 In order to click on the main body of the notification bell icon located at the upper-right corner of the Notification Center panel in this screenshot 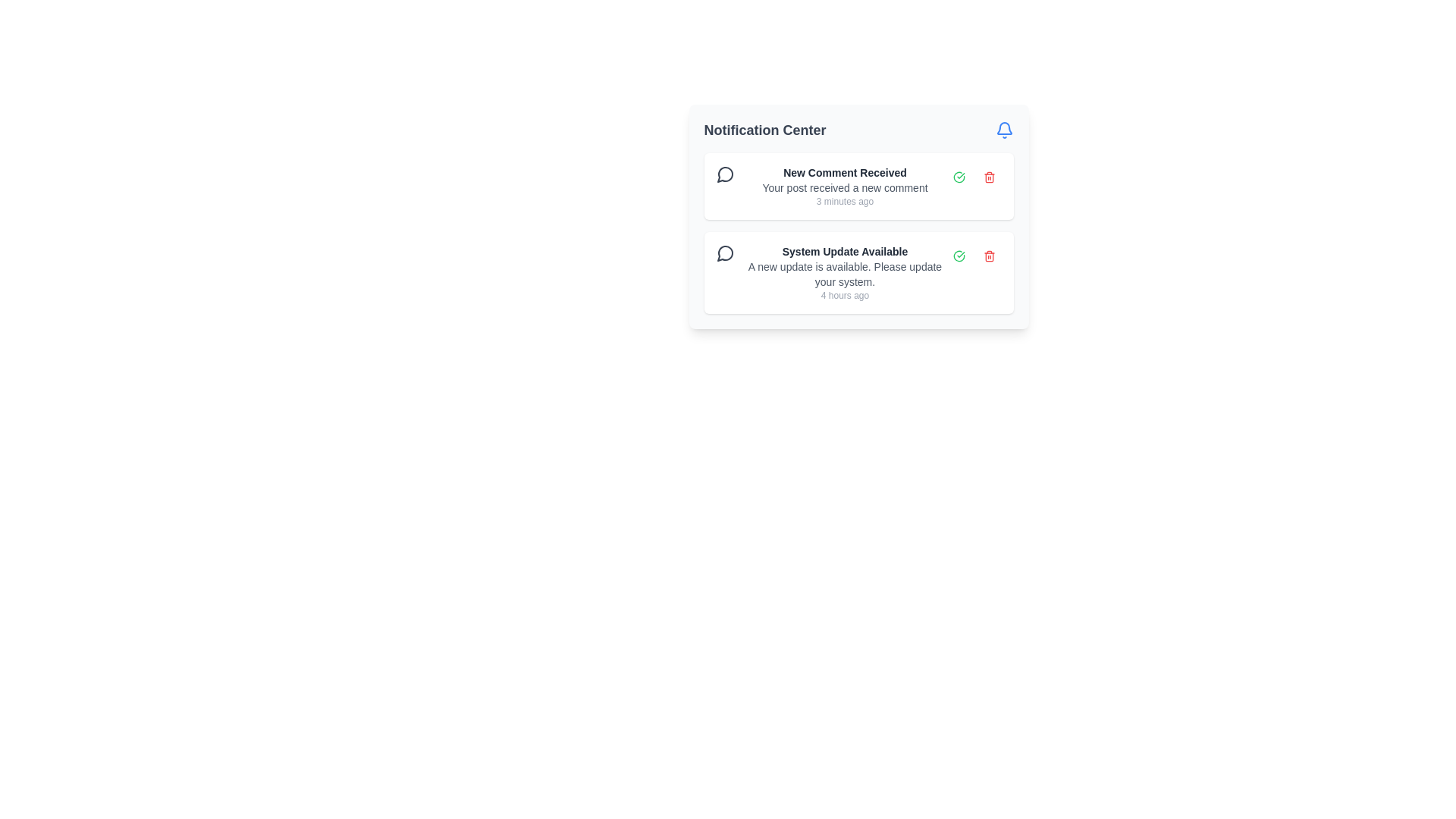, I will do `click(1004, 127)`.